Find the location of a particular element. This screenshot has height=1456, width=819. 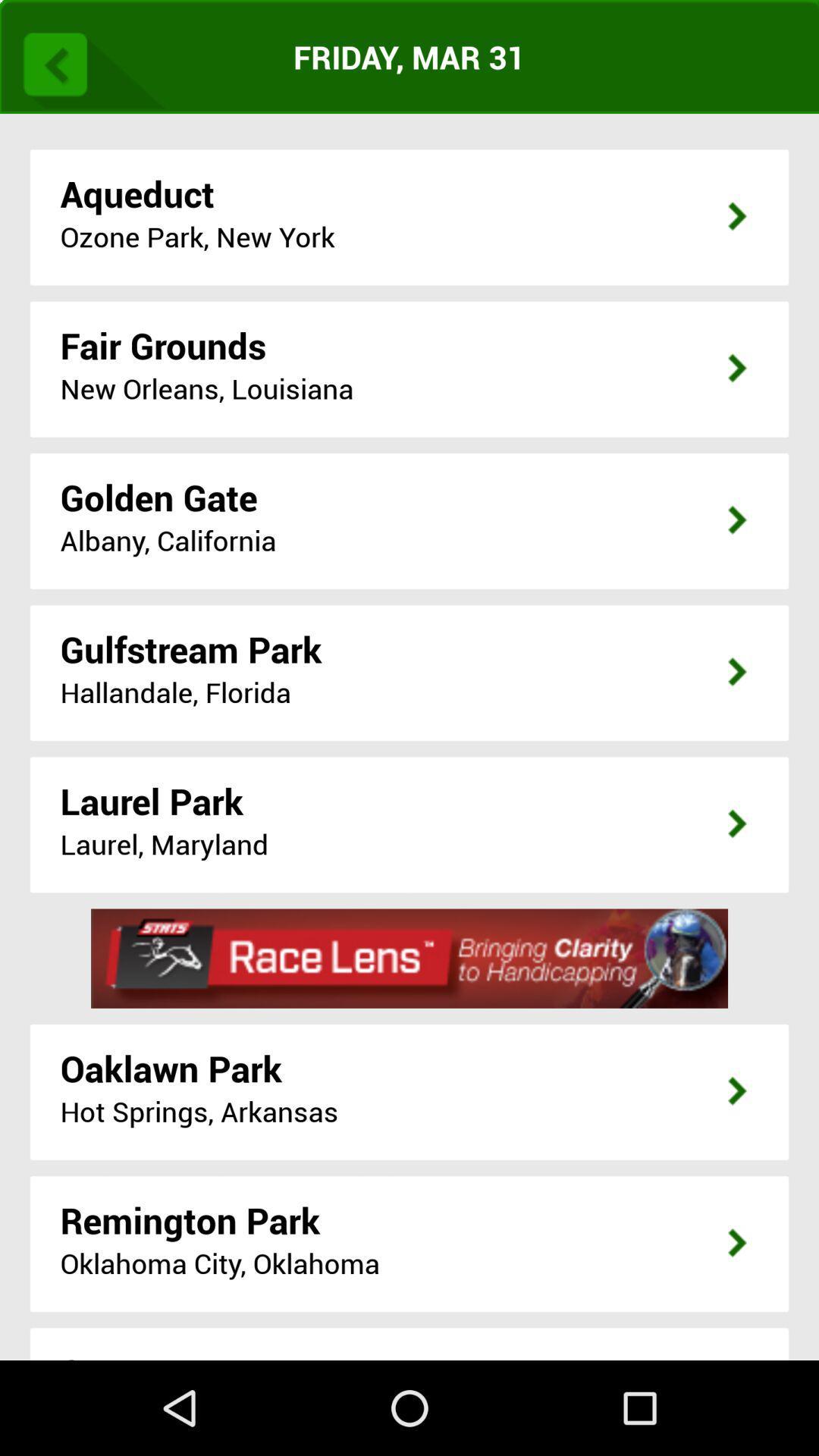

the arrow_backward icon is located at coordinates (89, 64).